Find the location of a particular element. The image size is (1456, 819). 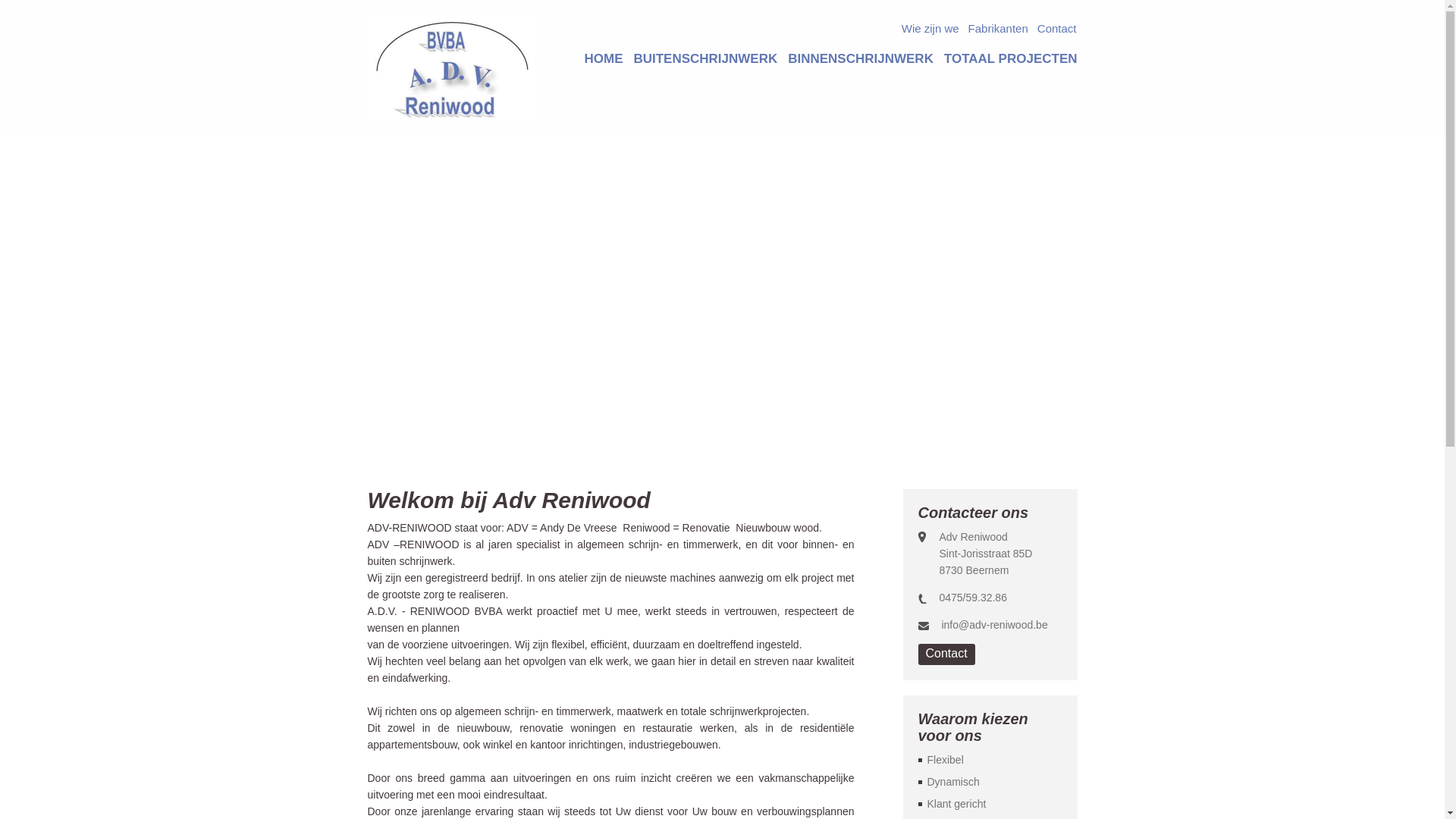

'Wie zijn we' is located at coordinates (901, 30).